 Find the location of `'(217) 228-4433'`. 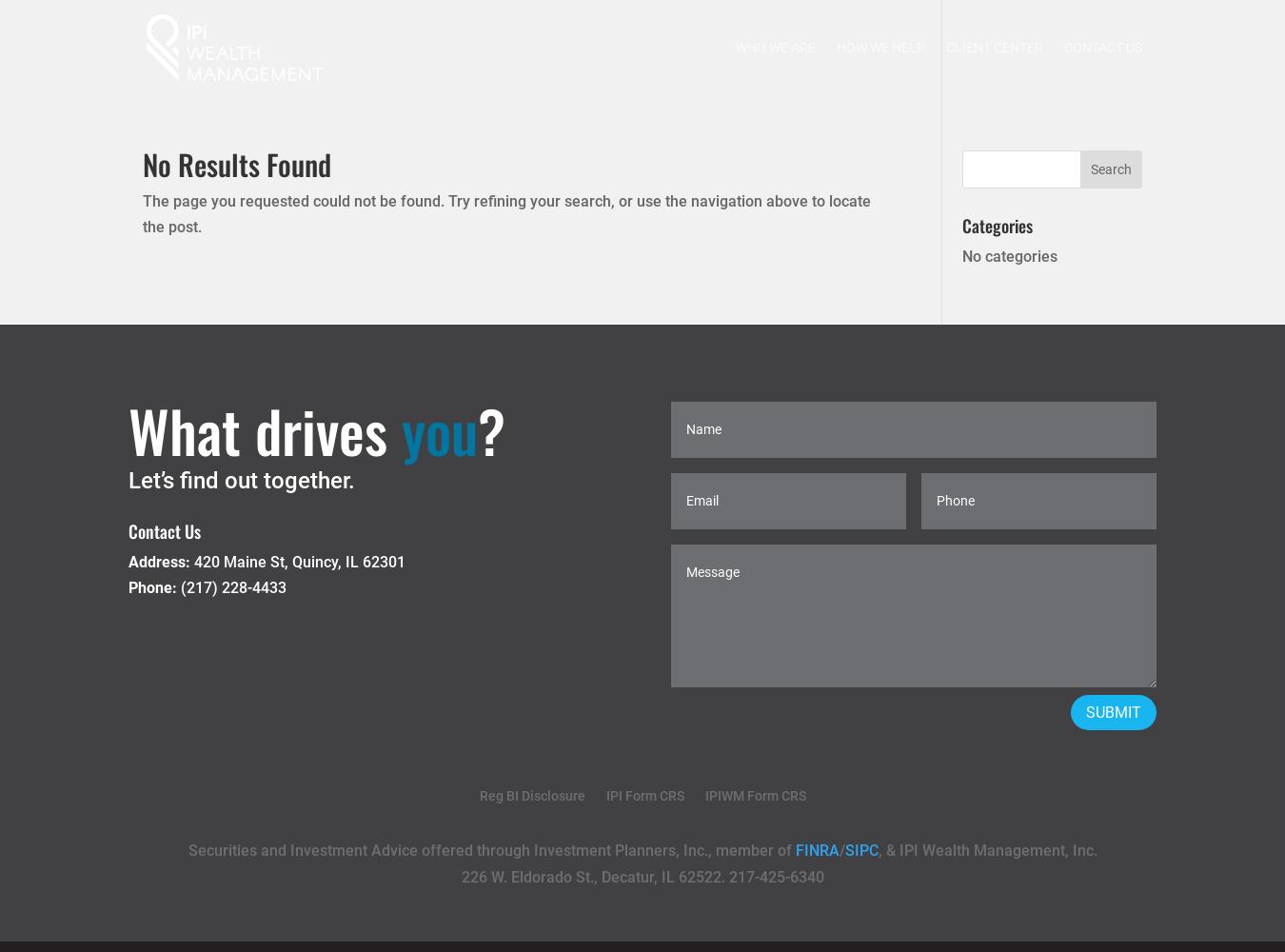

'(217) 228-4433' is located at coordinates (232, 586).